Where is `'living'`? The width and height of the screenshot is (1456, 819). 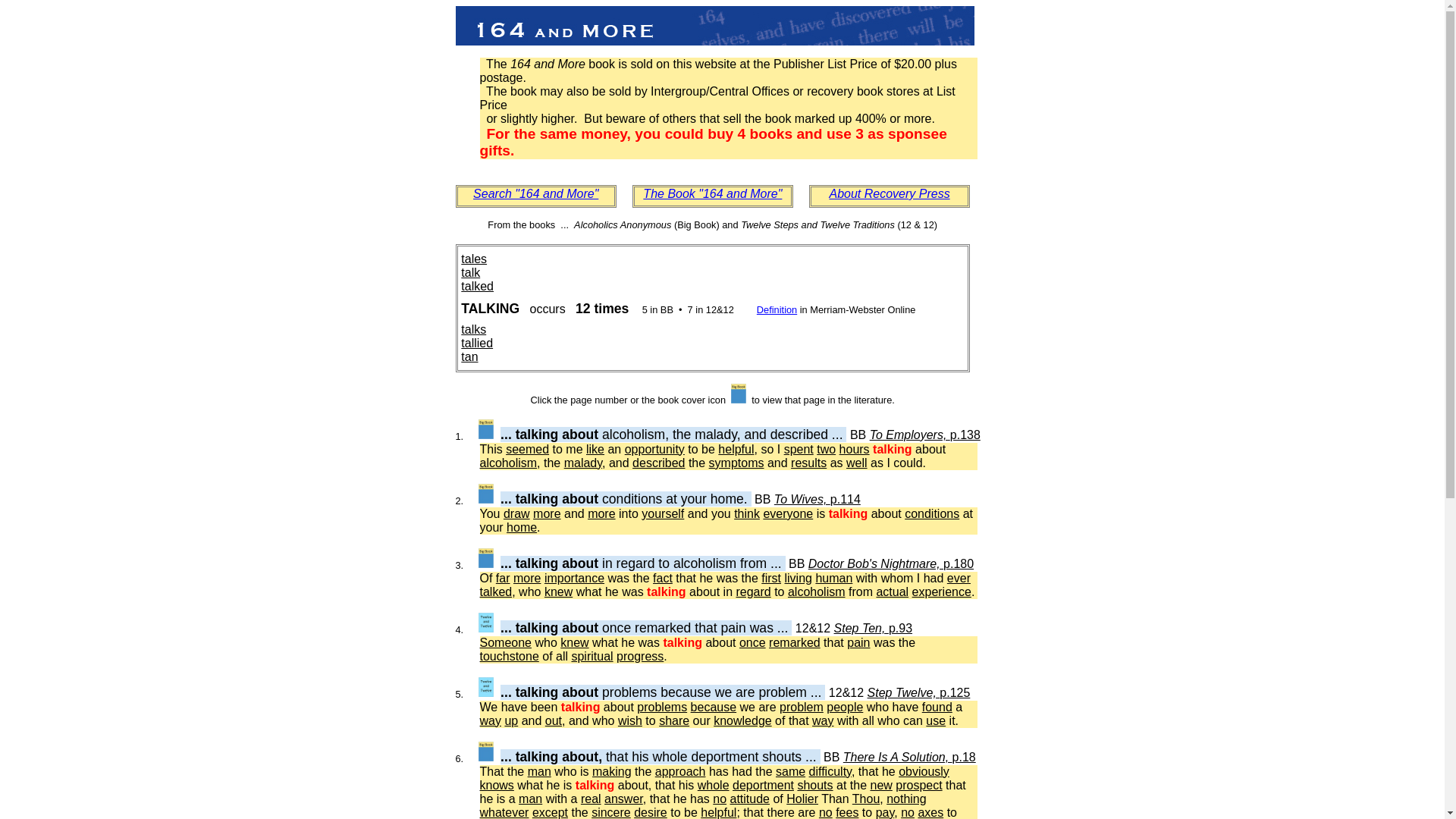
'living' is located at coordinates (796, 578).